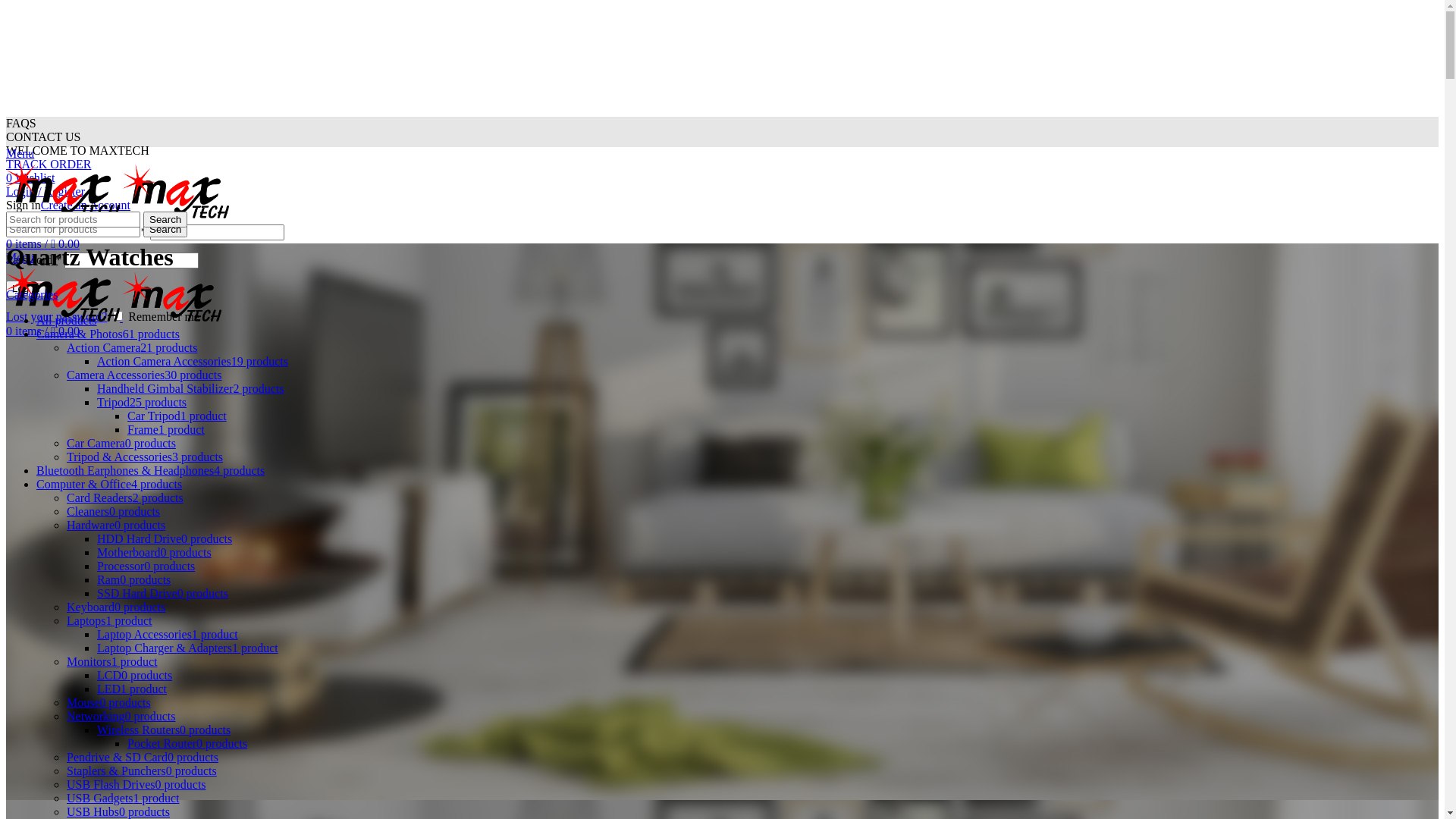 The width and height of the screenshot is (1456, 819). I want to click on 'Menu', so click(20, 153).